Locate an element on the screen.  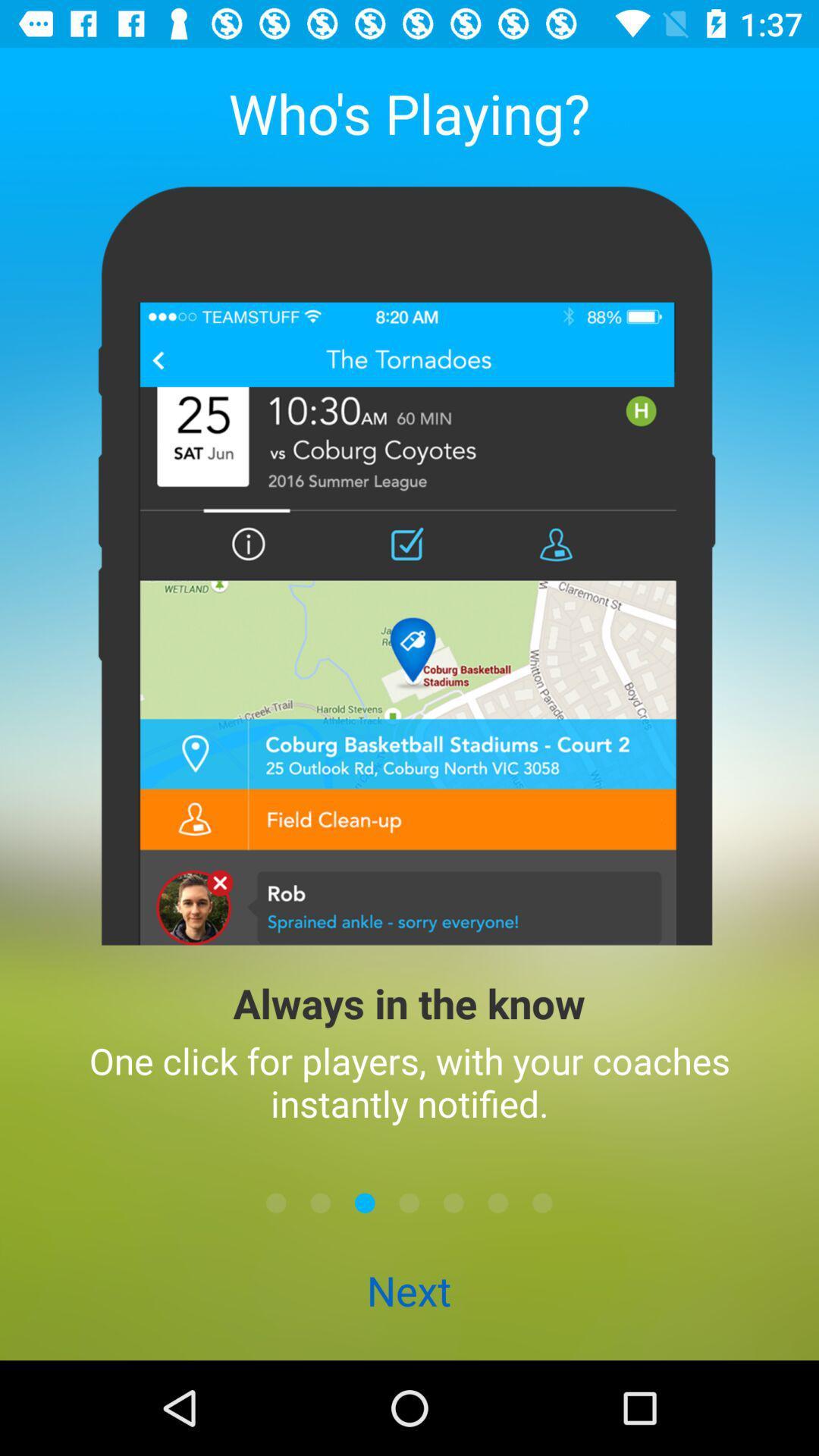
icon above next icon is located at coordinates (497, 1202).